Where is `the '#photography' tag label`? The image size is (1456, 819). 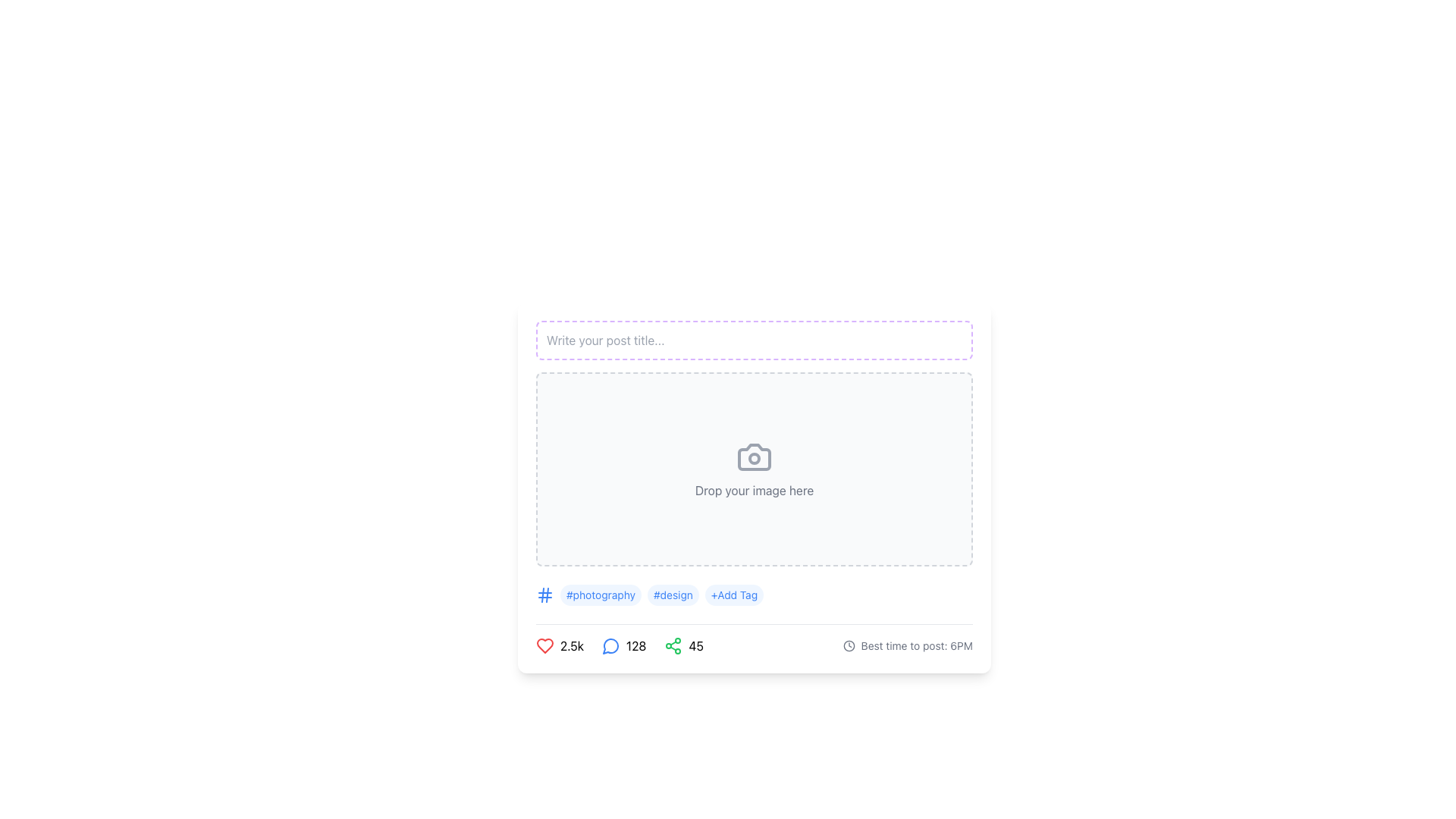
the '#photography' tag label is located at coordinates (600, 595).